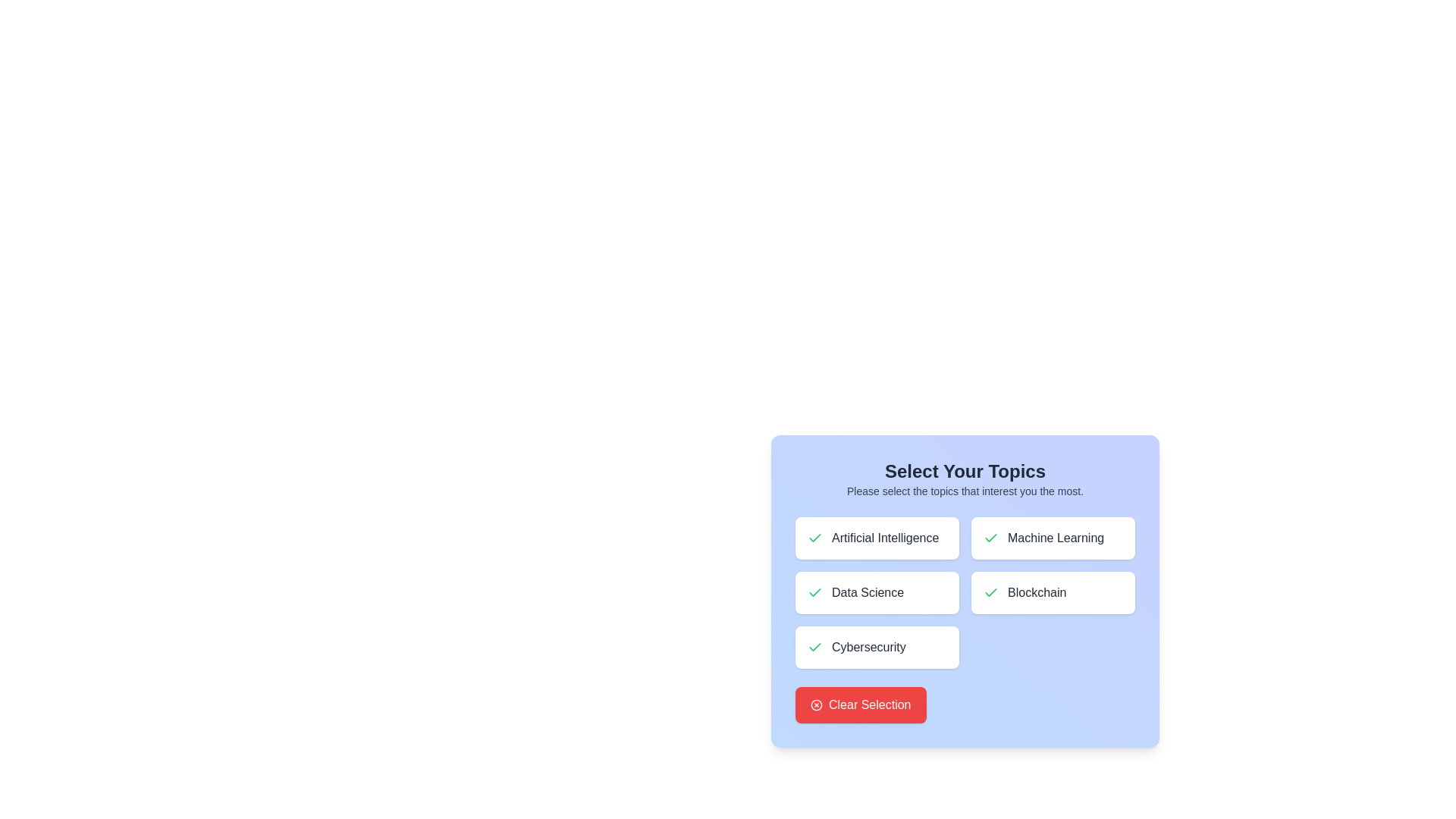 The image size is (1456, 819). Describe the element at coordinates (877, 537) in the screenshot. I see `the button corresponding to the topic Artificial Intelligence` at that location.